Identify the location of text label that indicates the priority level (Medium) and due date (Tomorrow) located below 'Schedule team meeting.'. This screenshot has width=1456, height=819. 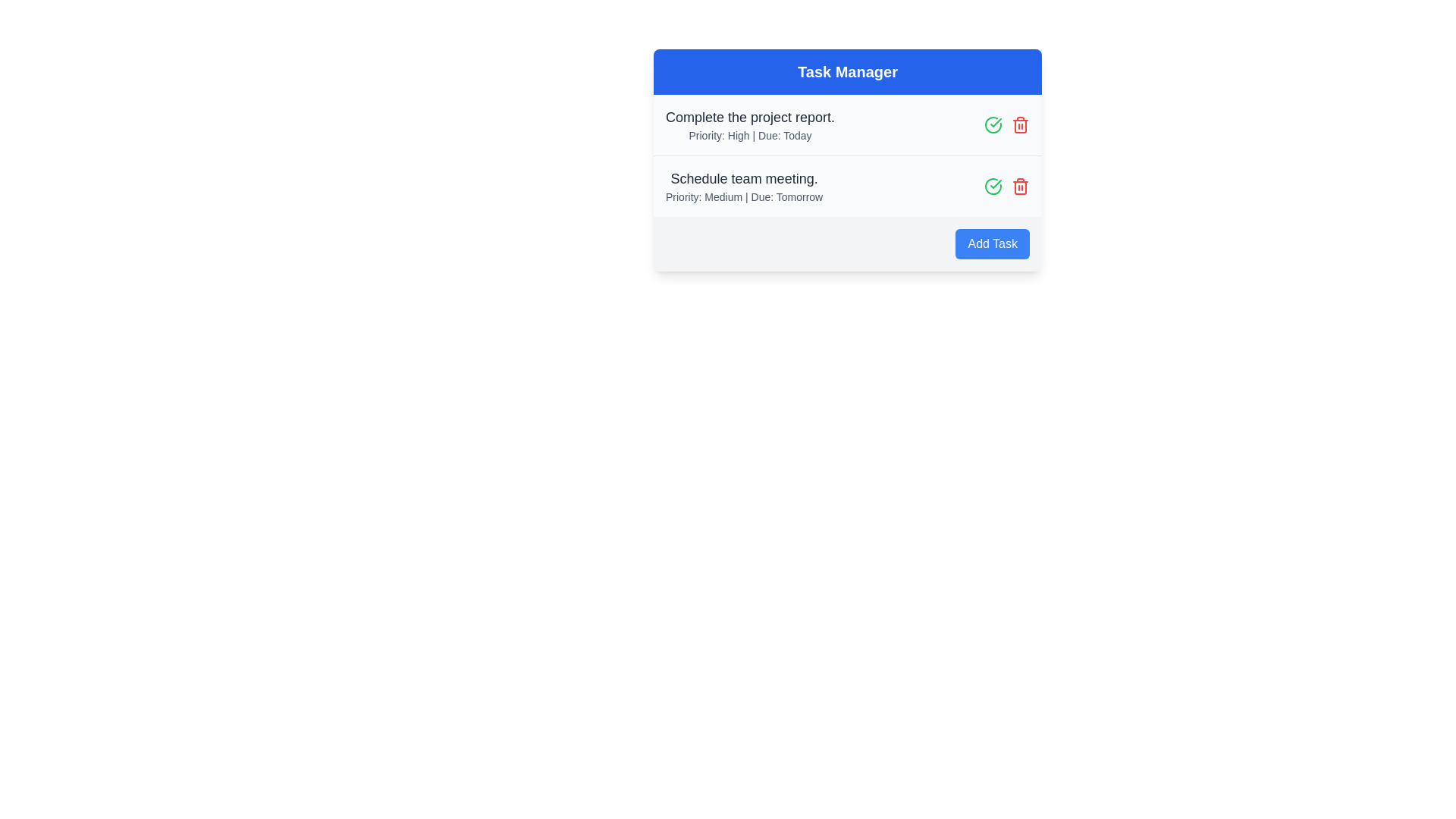
(744, 196).